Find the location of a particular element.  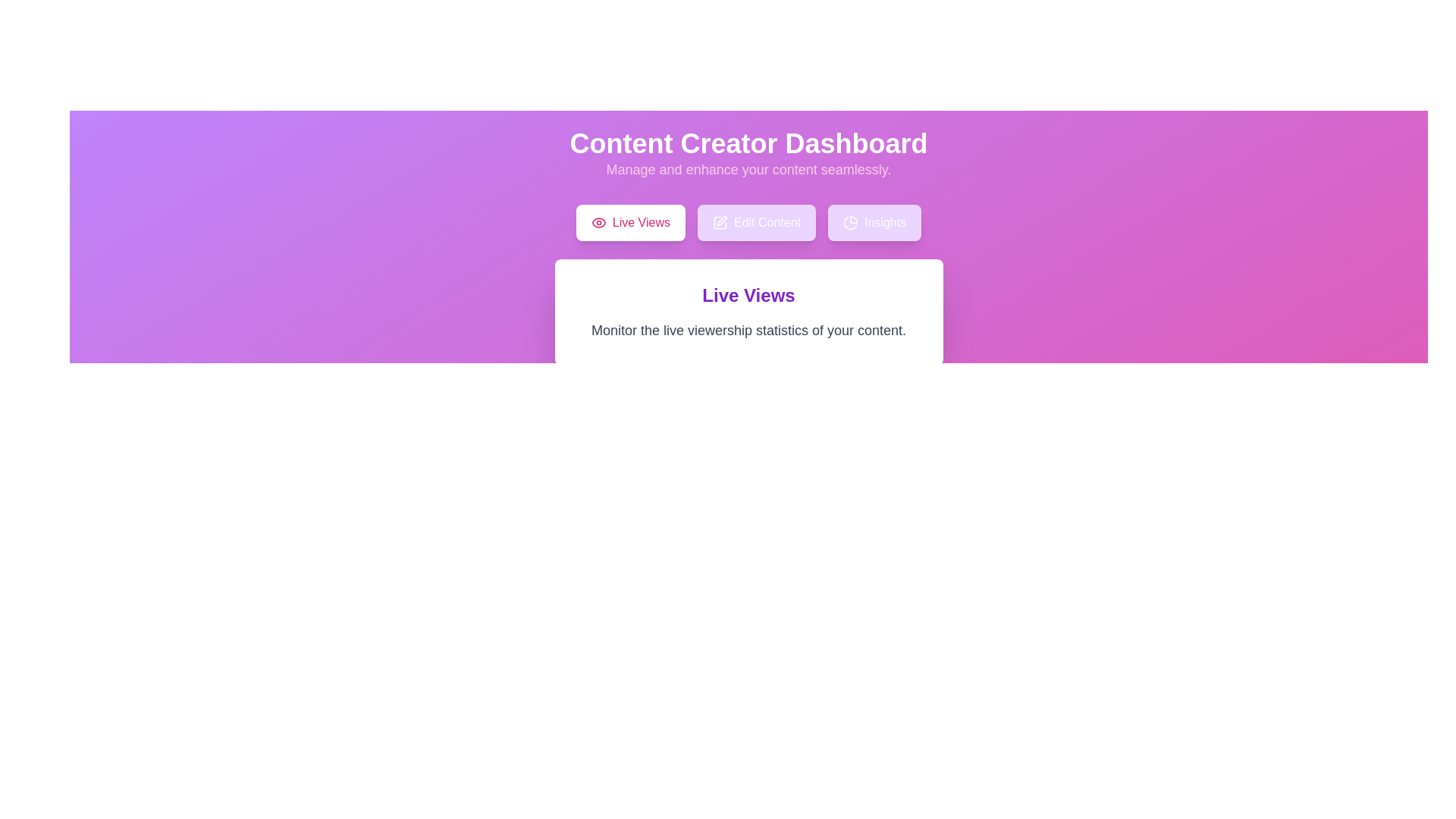

the tab labeled Insights is located at coordinates (874, 222).